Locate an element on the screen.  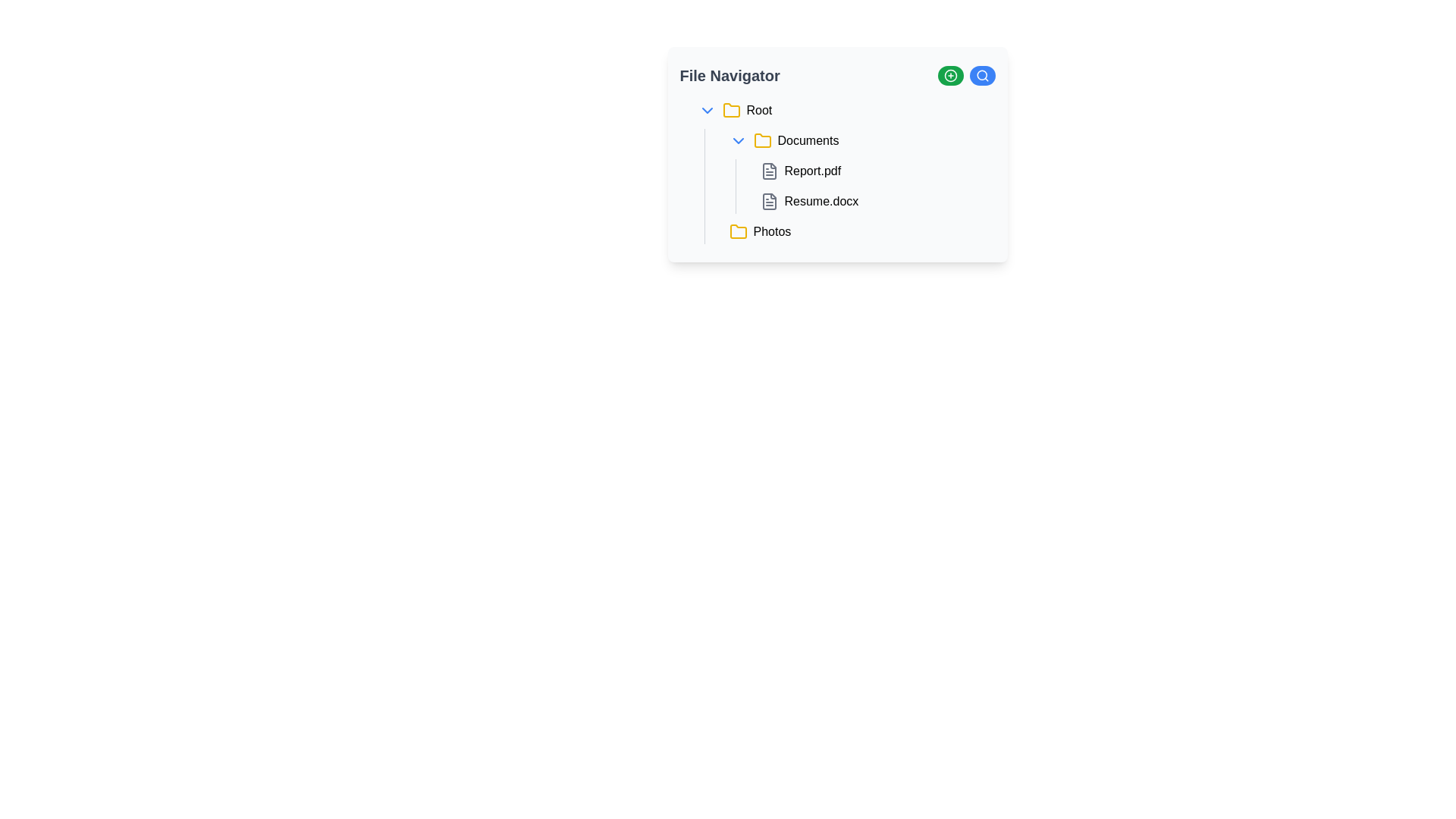
a file from the File list located in the 'Documents' folder section of the hierarchical file navigator interface is located at coordinates (865, 186).